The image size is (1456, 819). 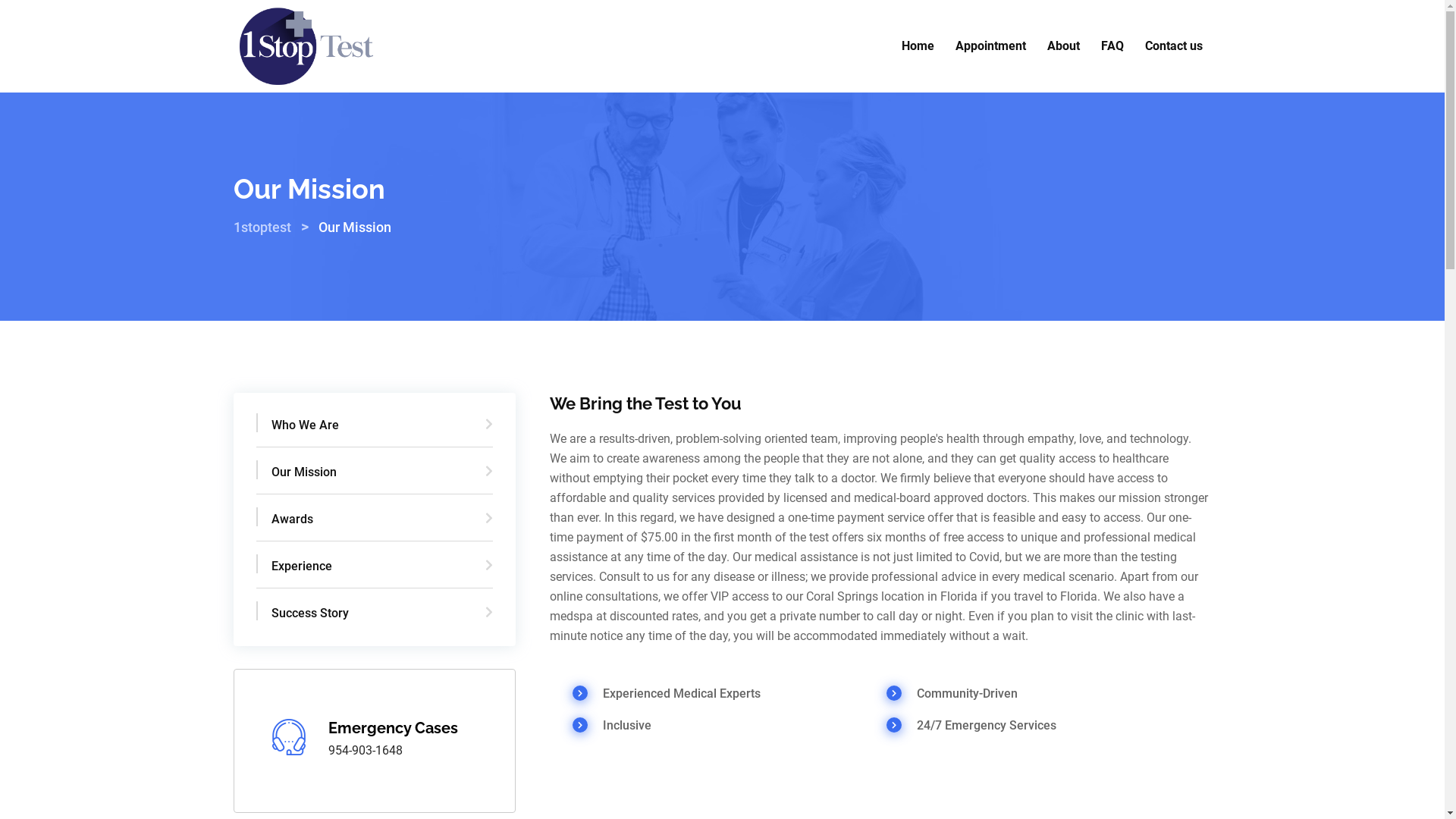 What do you see at coordinates (375, 431) in the screenshot?
I see `'Who We Are'` at bounding box center [375, 431].